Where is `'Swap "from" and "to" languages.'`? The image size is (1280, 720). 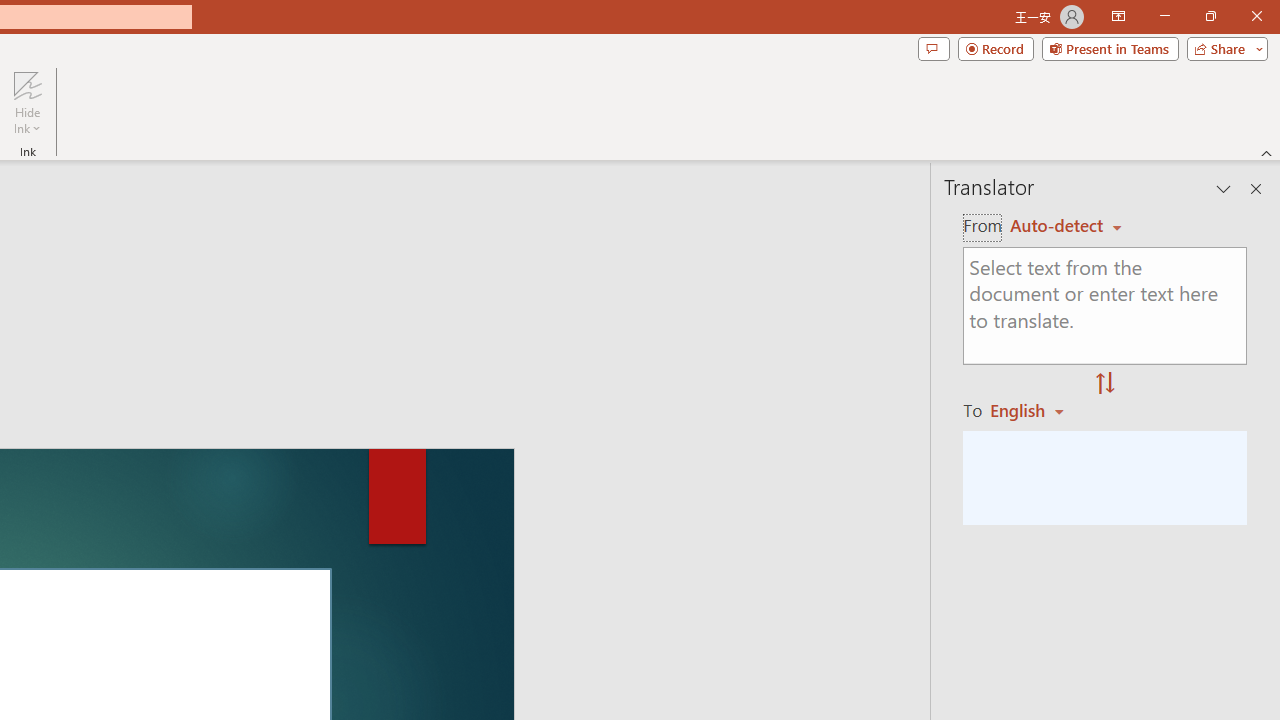 'Swap "from" and "to" languages.' is located at coordinates (1104, 384).